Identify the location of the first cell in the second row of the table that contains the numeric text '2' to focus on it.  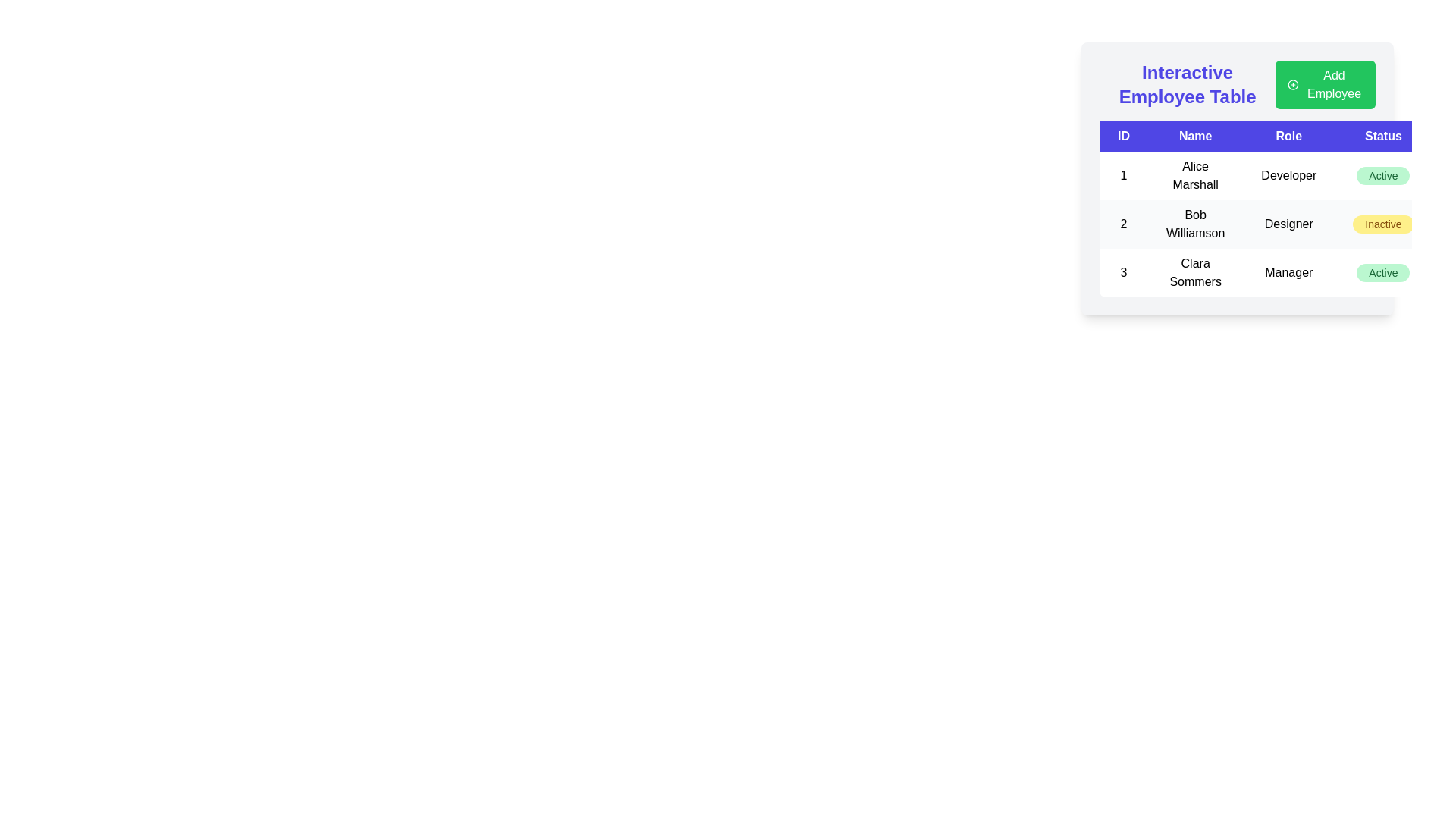
(1124, 224).